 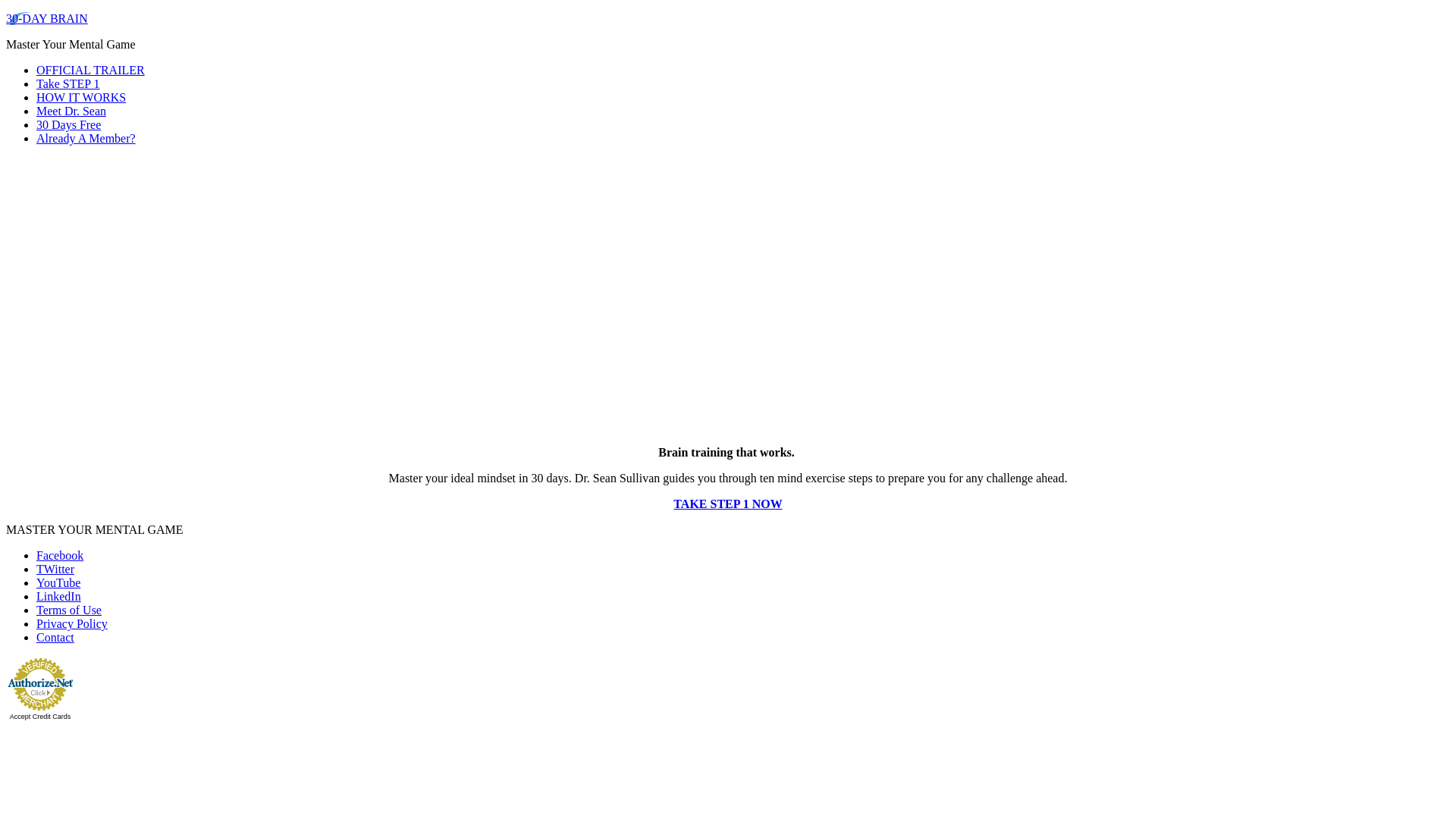 What do you see at coordinates (89, 70) in the screenshot?
I see `'OFFICIAL TRAILER'` at bounding box center [89, 70].